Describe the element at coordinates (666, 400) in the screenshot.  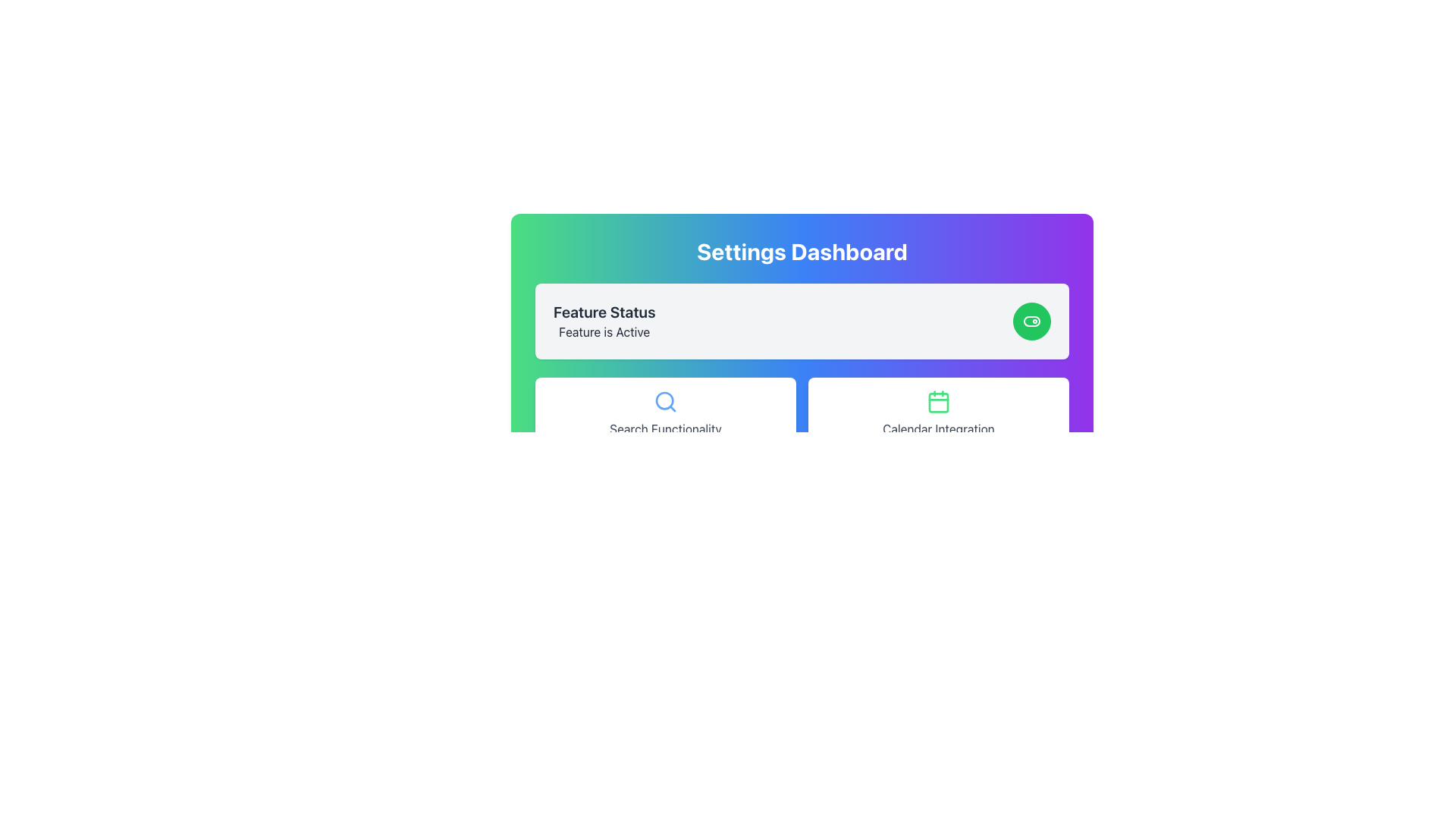
I see `the magnifying glass icon with a blue outline, located within the rounded white card labeled 'Search Functionality'` at that location.